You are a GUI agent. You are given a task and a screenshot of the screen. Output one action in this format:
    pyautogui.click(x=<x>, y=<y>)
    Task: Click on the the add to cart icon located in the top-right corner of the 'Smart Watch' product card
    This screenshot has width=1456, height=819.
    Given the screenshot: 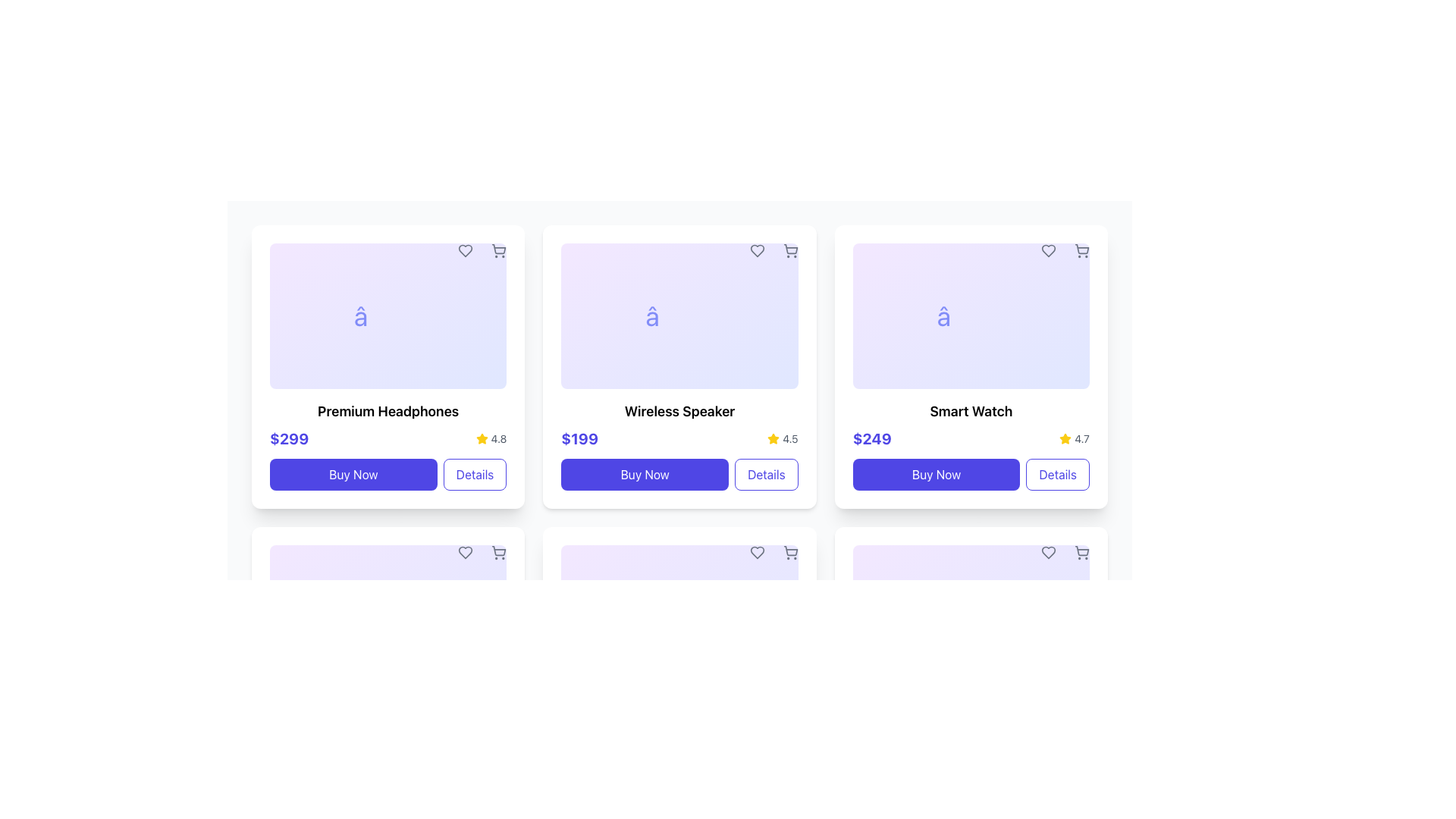 What is the action you would take?
    pyautogui.click(x=1081, y=248)
    